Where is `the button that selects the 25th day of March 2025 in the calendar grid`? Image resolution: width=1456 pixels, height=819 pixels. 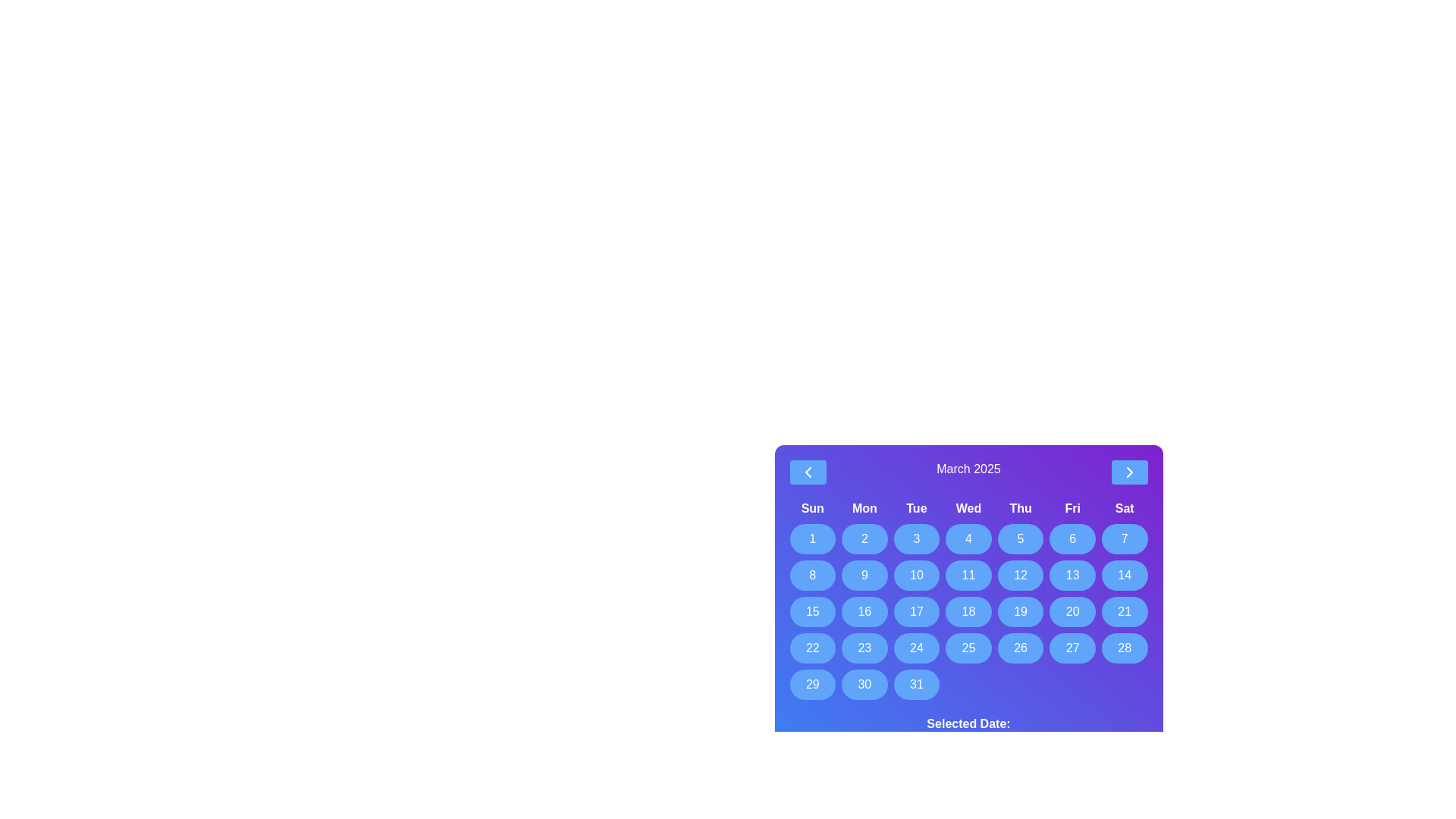 the button that selects the 25th day of March 2025 in the calendar grid is located at coordinates (968, 648).